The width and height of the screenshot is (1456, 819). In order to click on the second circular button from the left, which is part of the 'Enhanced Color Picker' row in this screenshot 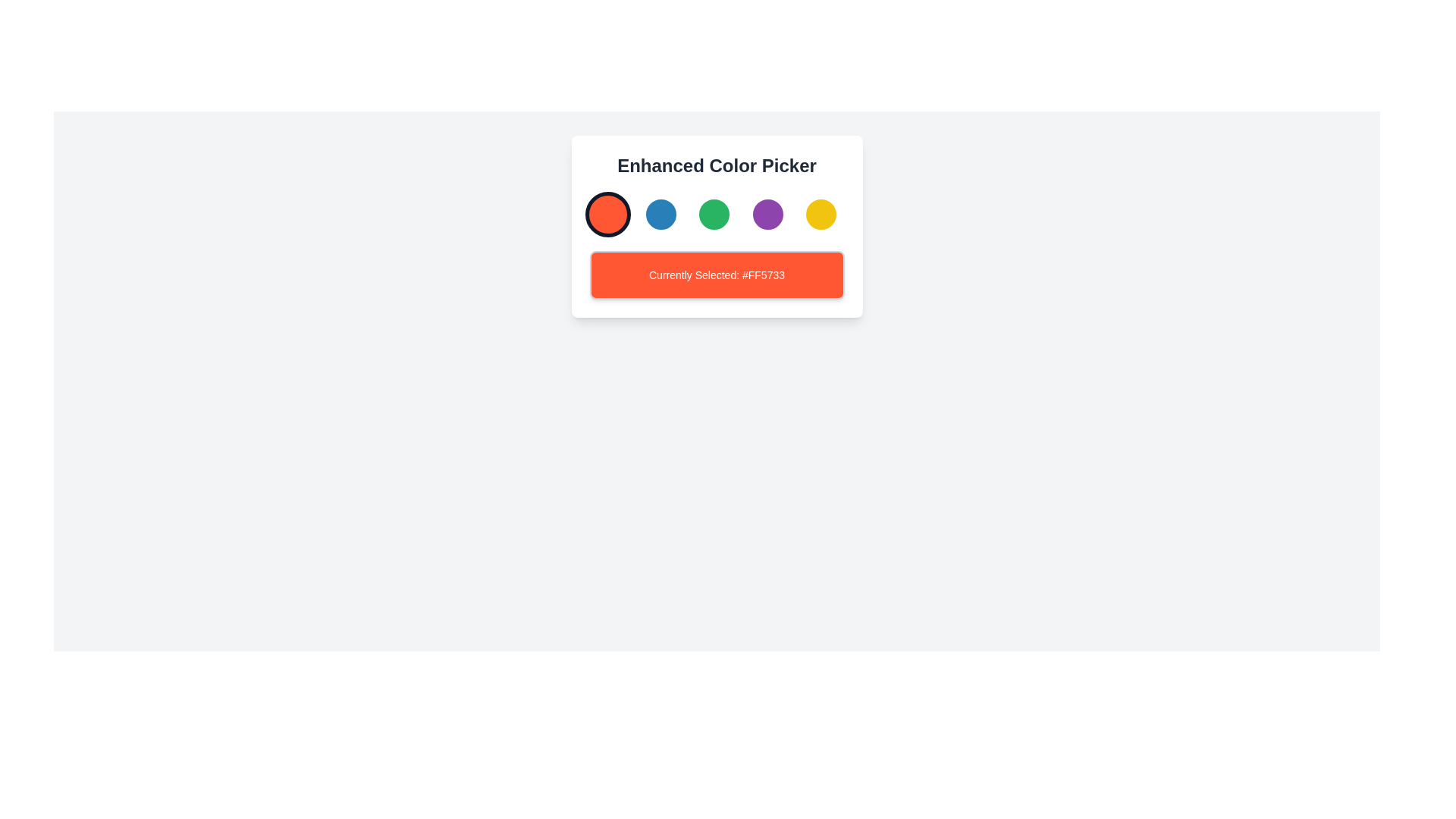, I will do `click(661, 214)`.